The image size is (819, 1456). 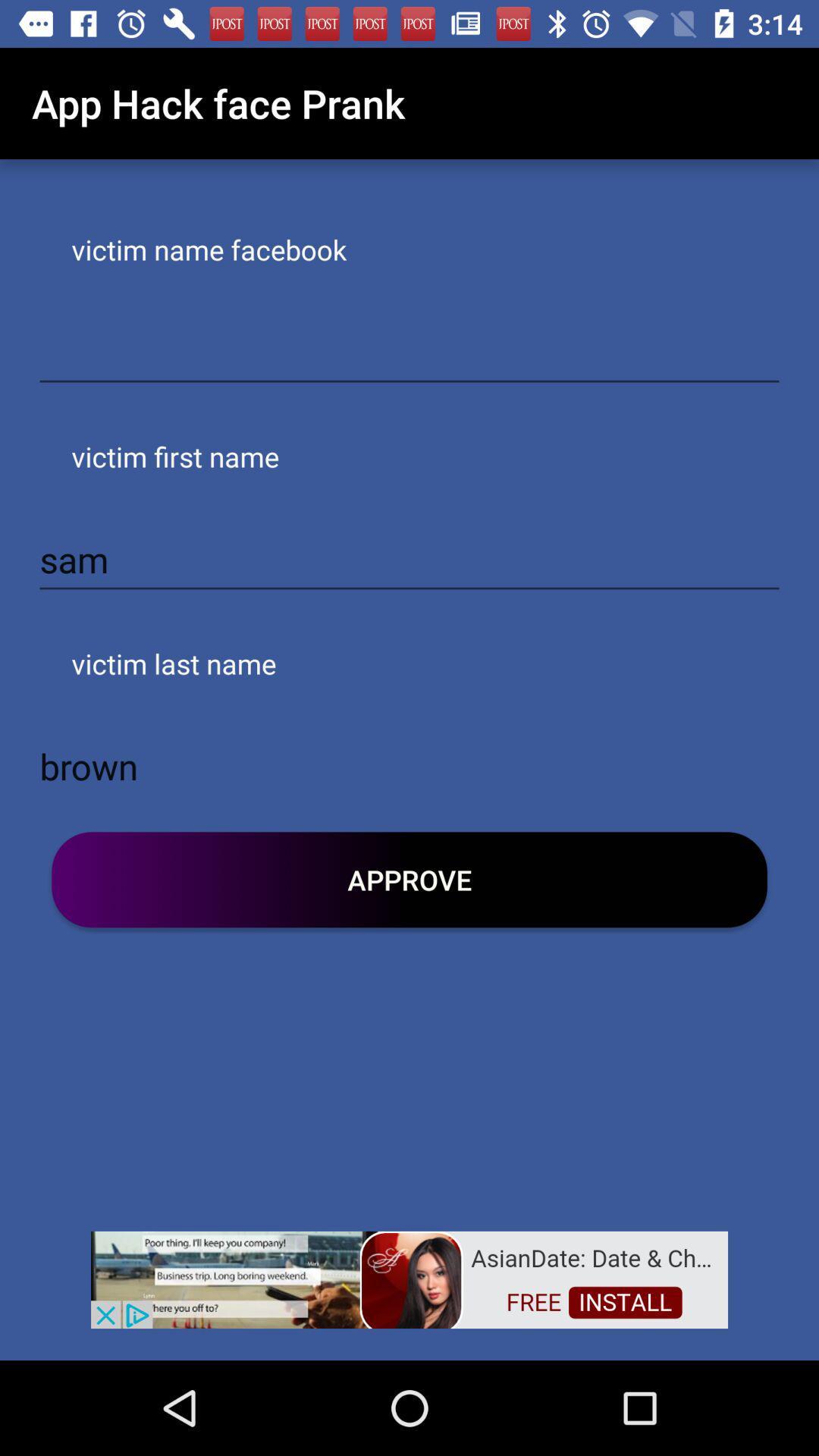 What do you see at coordinates (409, 352) in the screenshot?
I see `persons name` at bounding box center [409, 352].